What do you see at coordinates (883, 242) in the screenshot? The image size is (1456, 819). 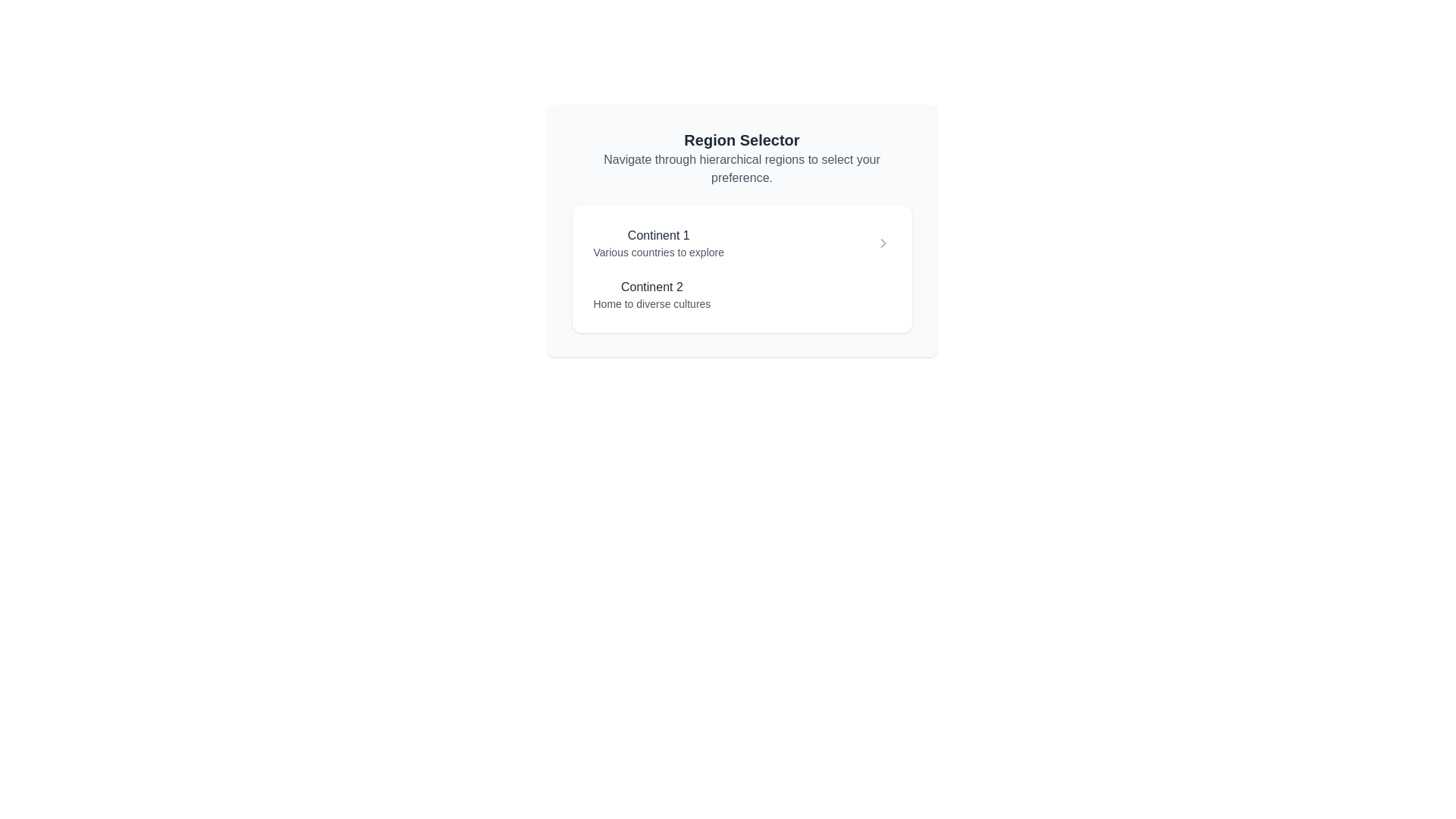 I see `the SVG Chevron Icon, which is a thin gray arrow pointing to the right, located to the right of the text 'Continent 1' within a rectangular card layout` at bounding box center [883, 242].